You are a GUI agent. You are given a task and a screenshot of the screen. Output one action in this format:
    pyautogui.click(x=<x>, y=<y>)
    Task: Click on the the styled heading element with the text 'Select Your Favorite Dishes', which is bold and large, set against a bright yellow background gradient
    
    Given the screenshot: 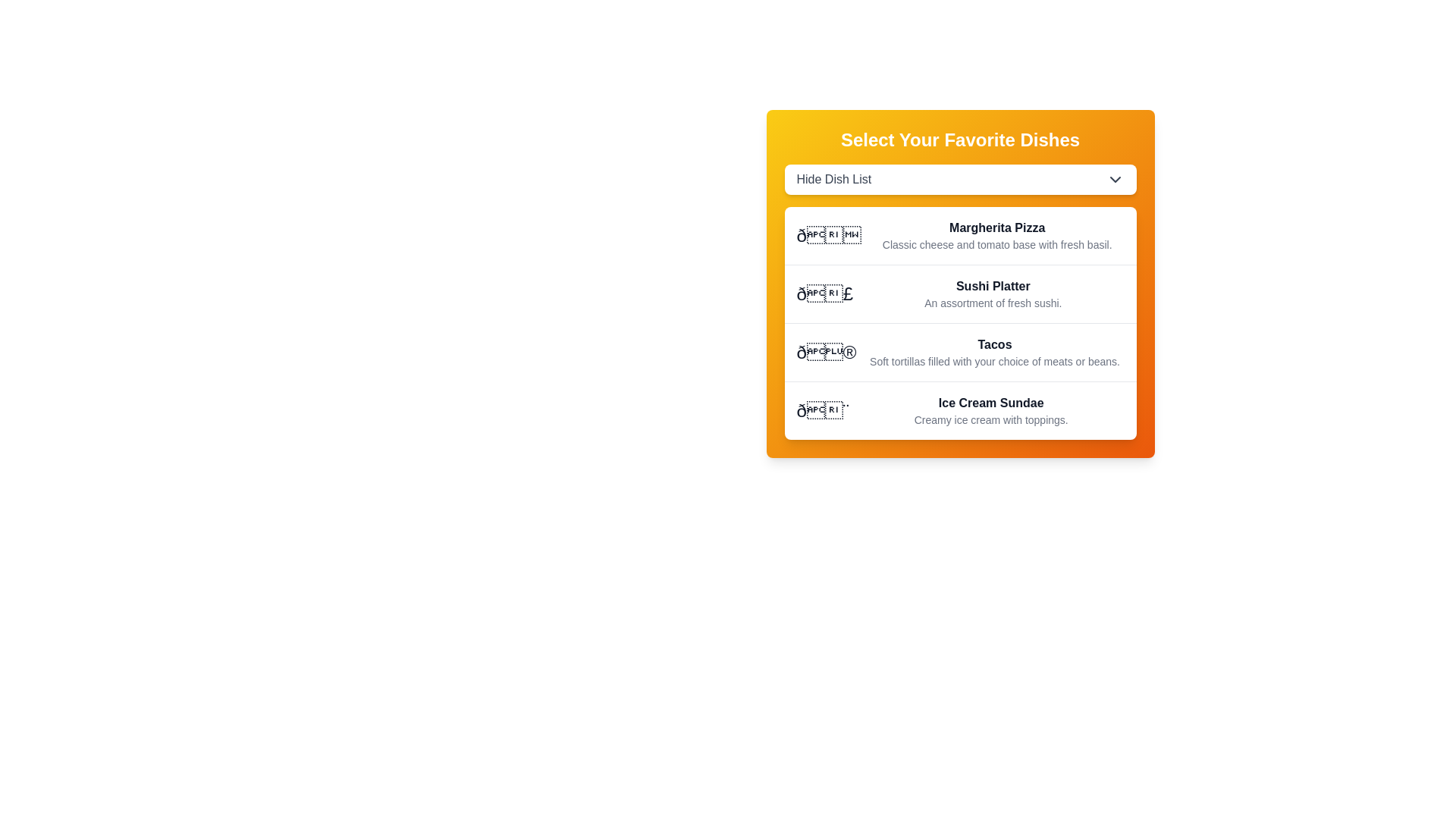 What is the action you would take?
    pyautogui.click(x=959, y=140)
    